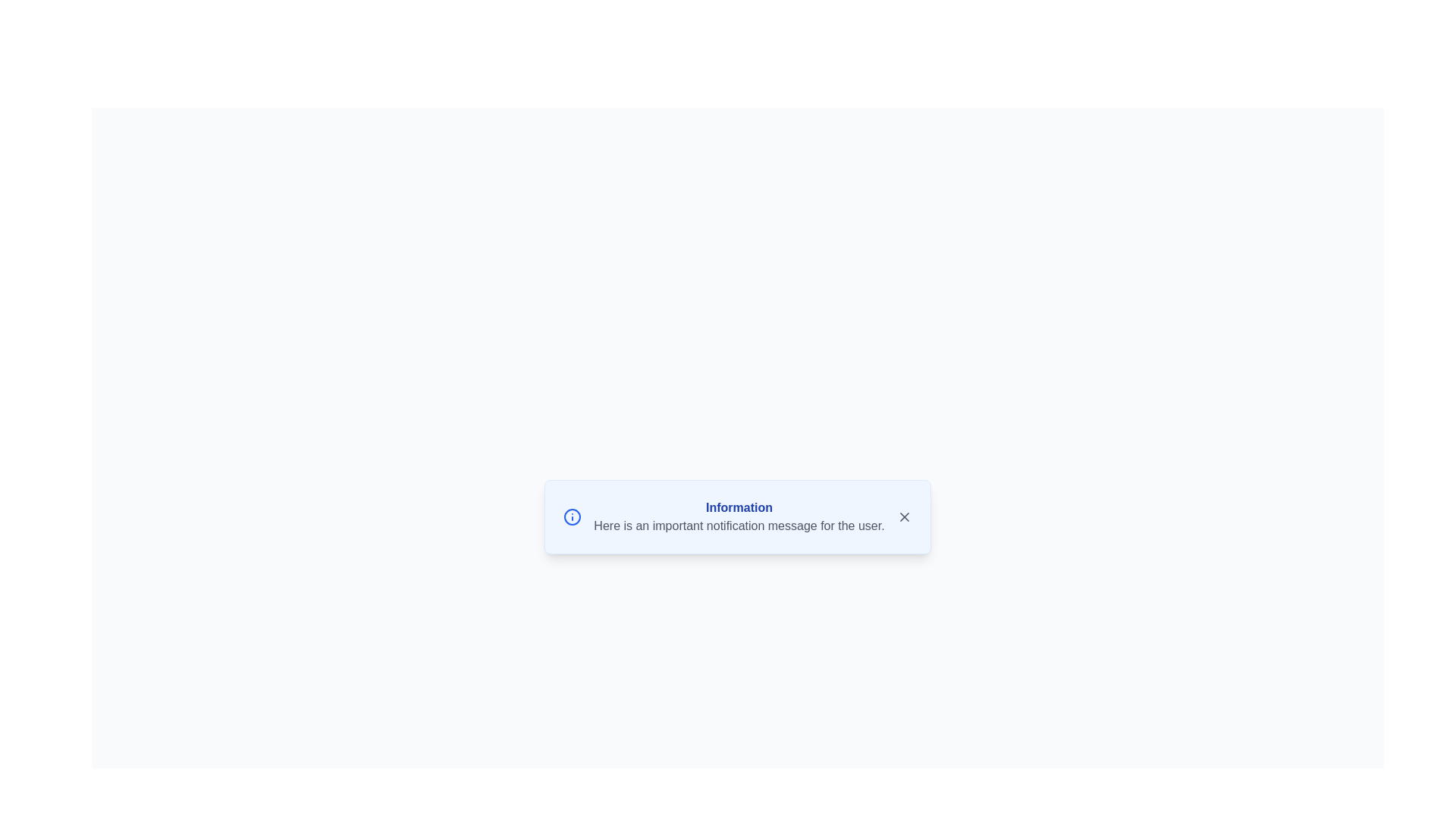 The width and height of the screenshot is (1456, 819). I want to click on the text label styled in gray font color located within the notification box, directly below the 'Information' title, so click(739, 526).